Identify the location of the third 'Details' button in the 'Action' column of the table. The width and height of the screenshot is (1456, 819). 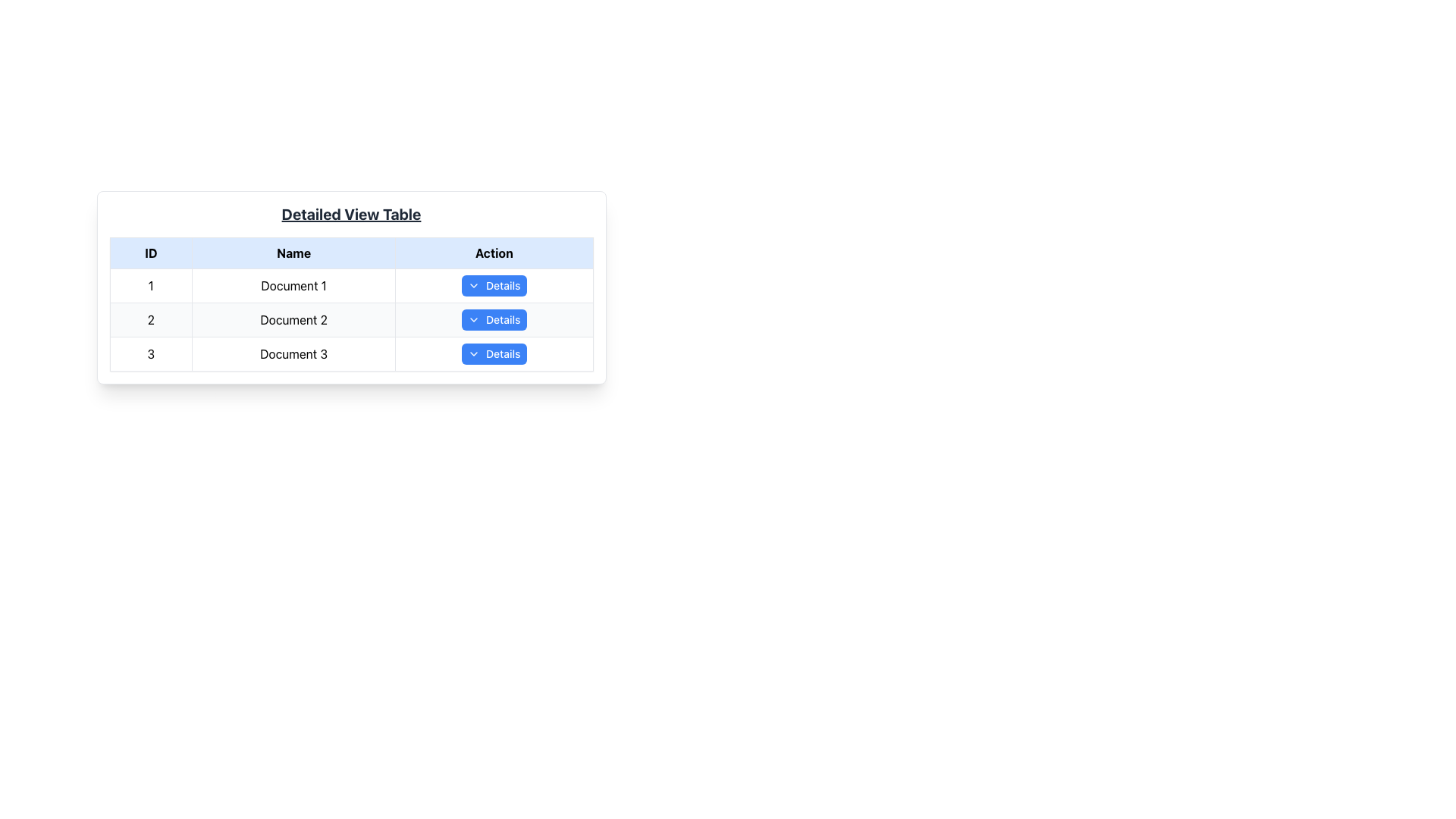
(494, 353).